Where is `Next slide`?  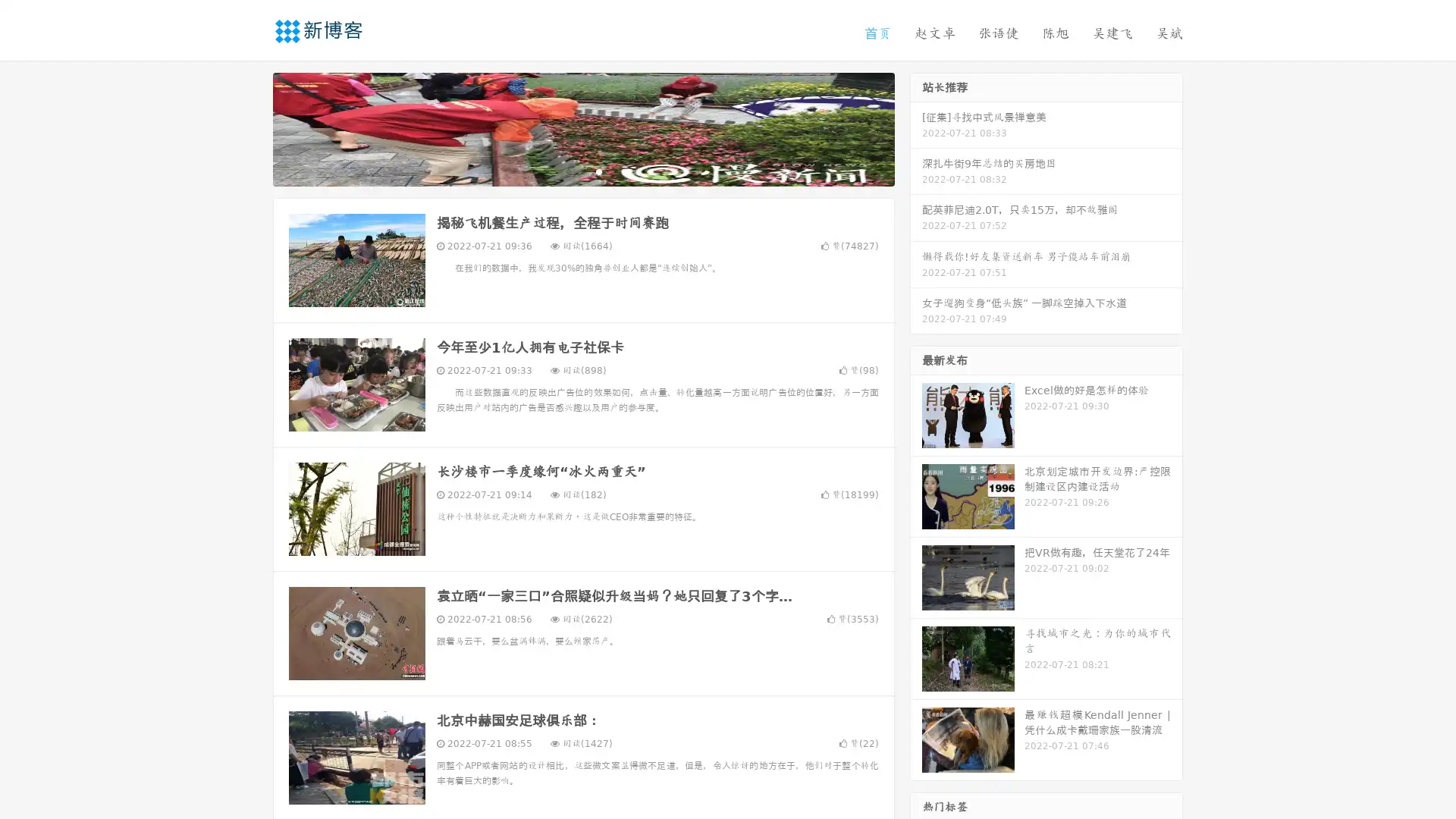
Next slide is located at coordinates (916, 127).